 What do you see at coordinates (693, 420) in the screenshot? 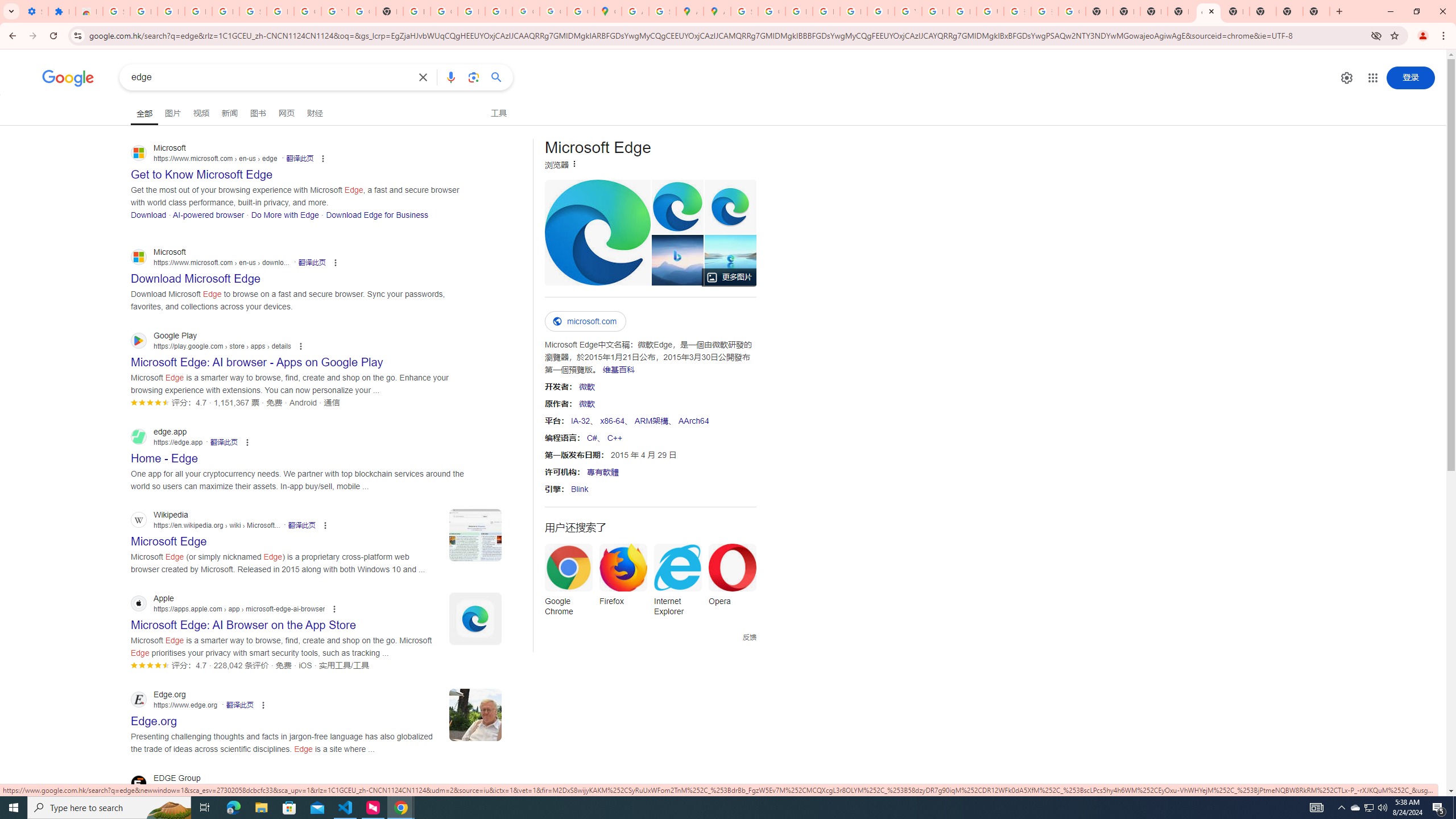
I see `'AArch64'` at bounding box center [693, 420].